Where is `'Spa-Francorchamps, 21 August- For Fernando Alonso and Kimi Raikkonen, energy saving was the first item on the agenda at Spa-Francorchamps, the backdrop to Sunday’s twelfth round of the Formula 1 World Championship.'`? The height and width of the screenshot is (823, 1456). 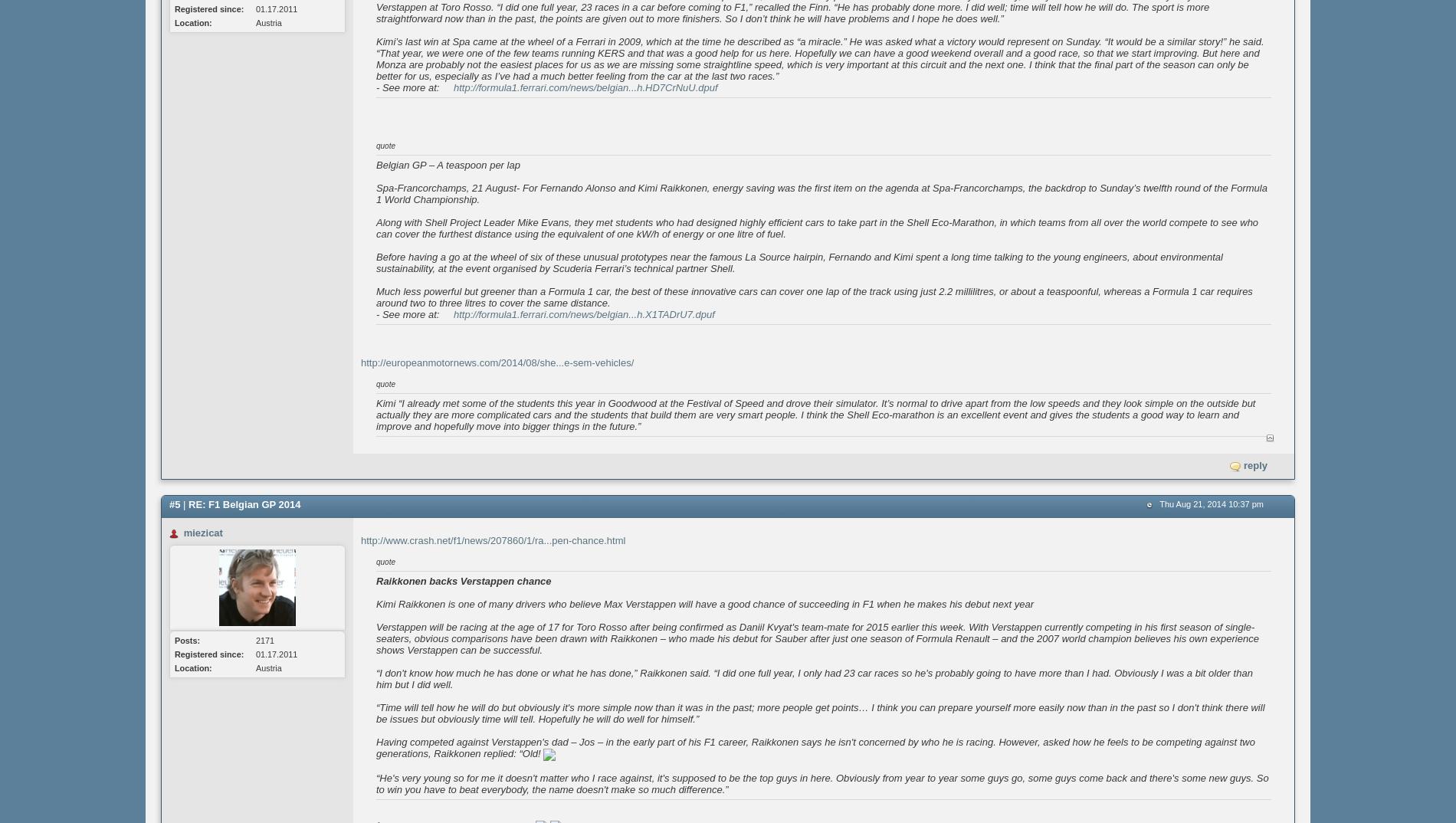 'Spa-Francorchamps, 21 August- For Fernando Alonso and Kimi Raikkonen, energy saving was the first item on the agenda at Spa-Francorchamps, the backdrop to Sunday’s twelfth round of the Formula 1 World Championship.' is located at coordinates (821, 193).